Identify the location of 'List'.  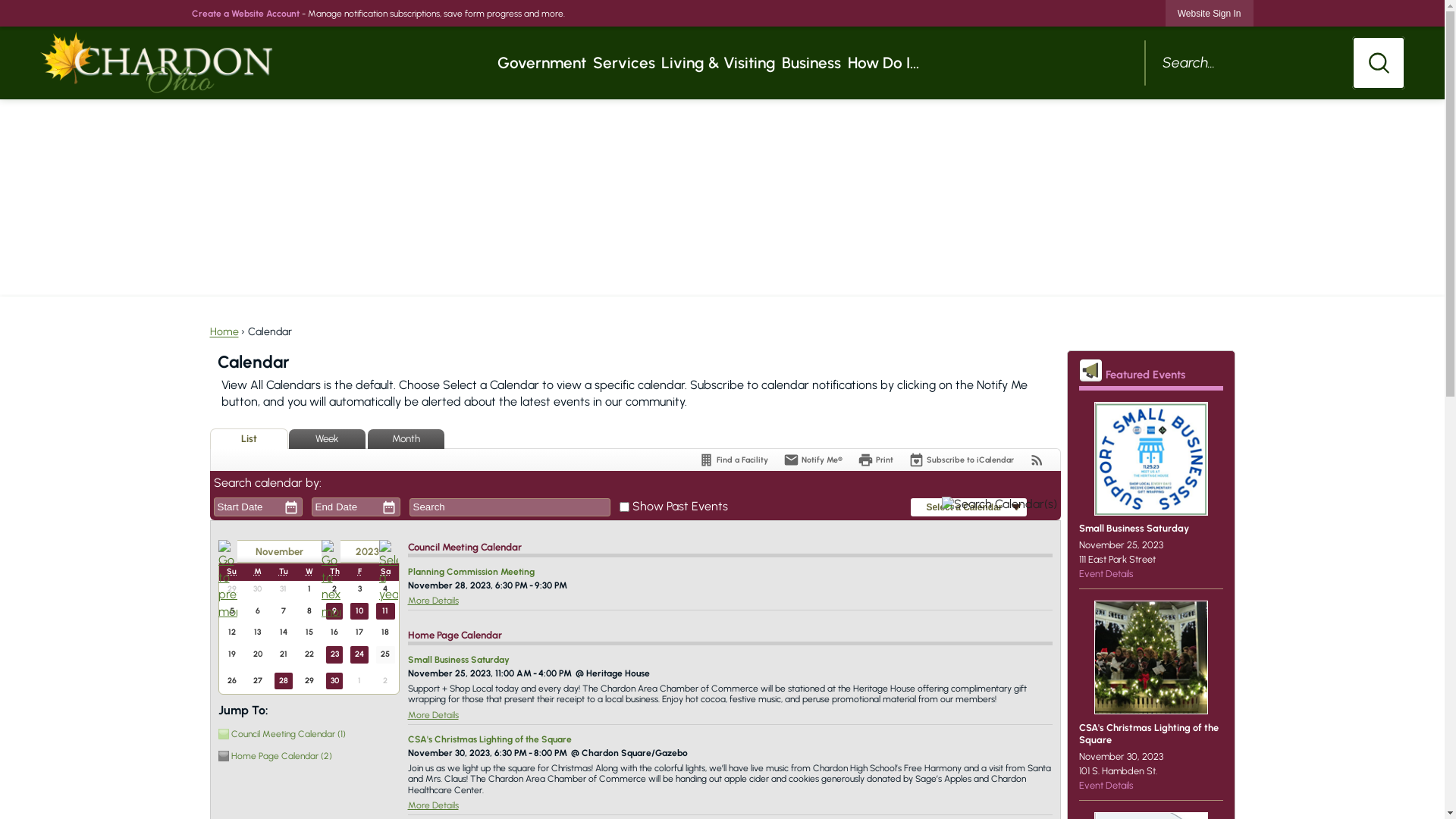
(248, 438).